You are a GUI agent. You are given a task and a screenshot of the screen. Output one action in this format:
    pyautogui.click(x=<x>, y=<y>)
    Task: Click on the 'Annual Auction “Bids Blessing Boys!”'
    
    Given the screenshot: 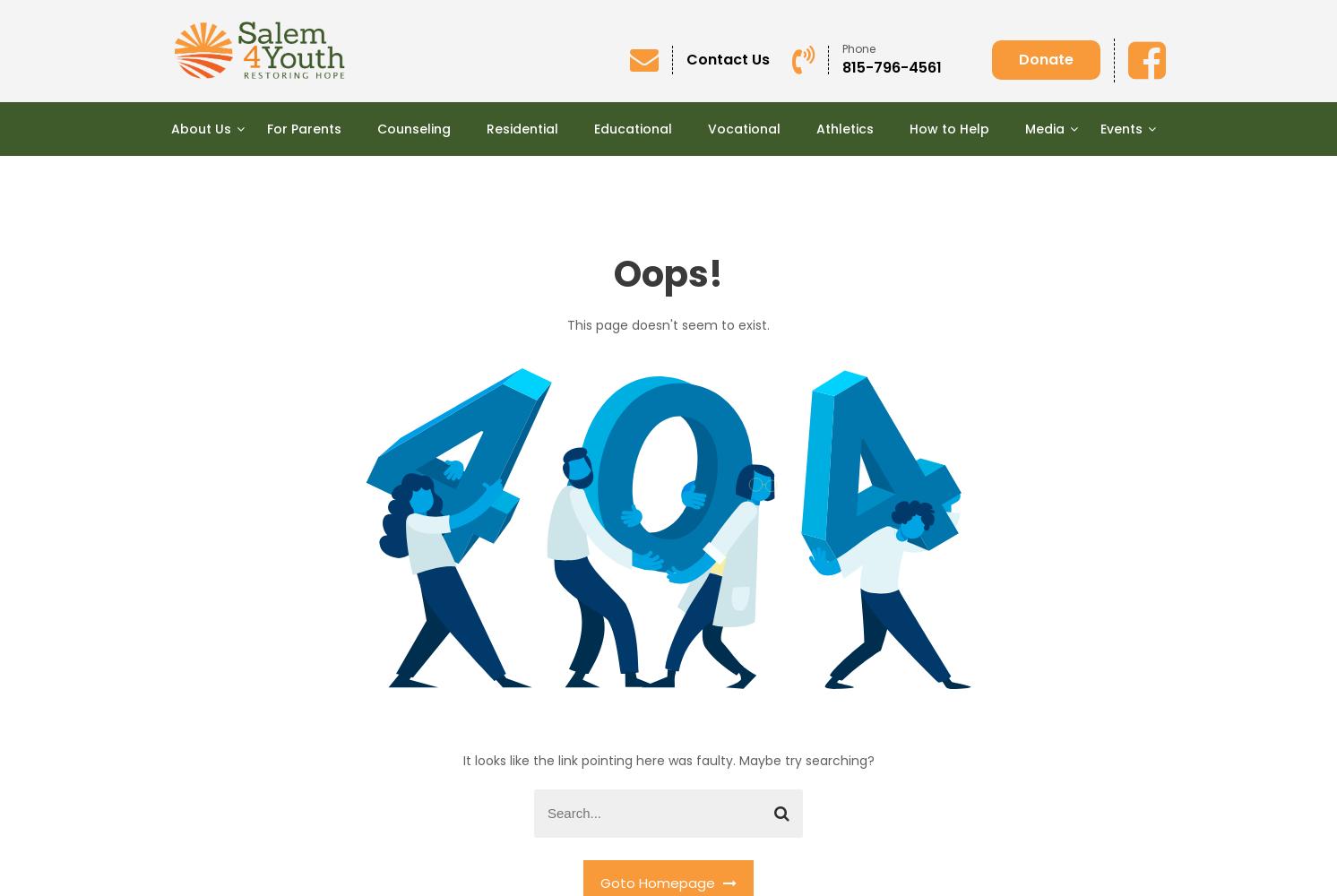 What is the action you would take?
    pyautogui.click(x=1186, y=258)
    